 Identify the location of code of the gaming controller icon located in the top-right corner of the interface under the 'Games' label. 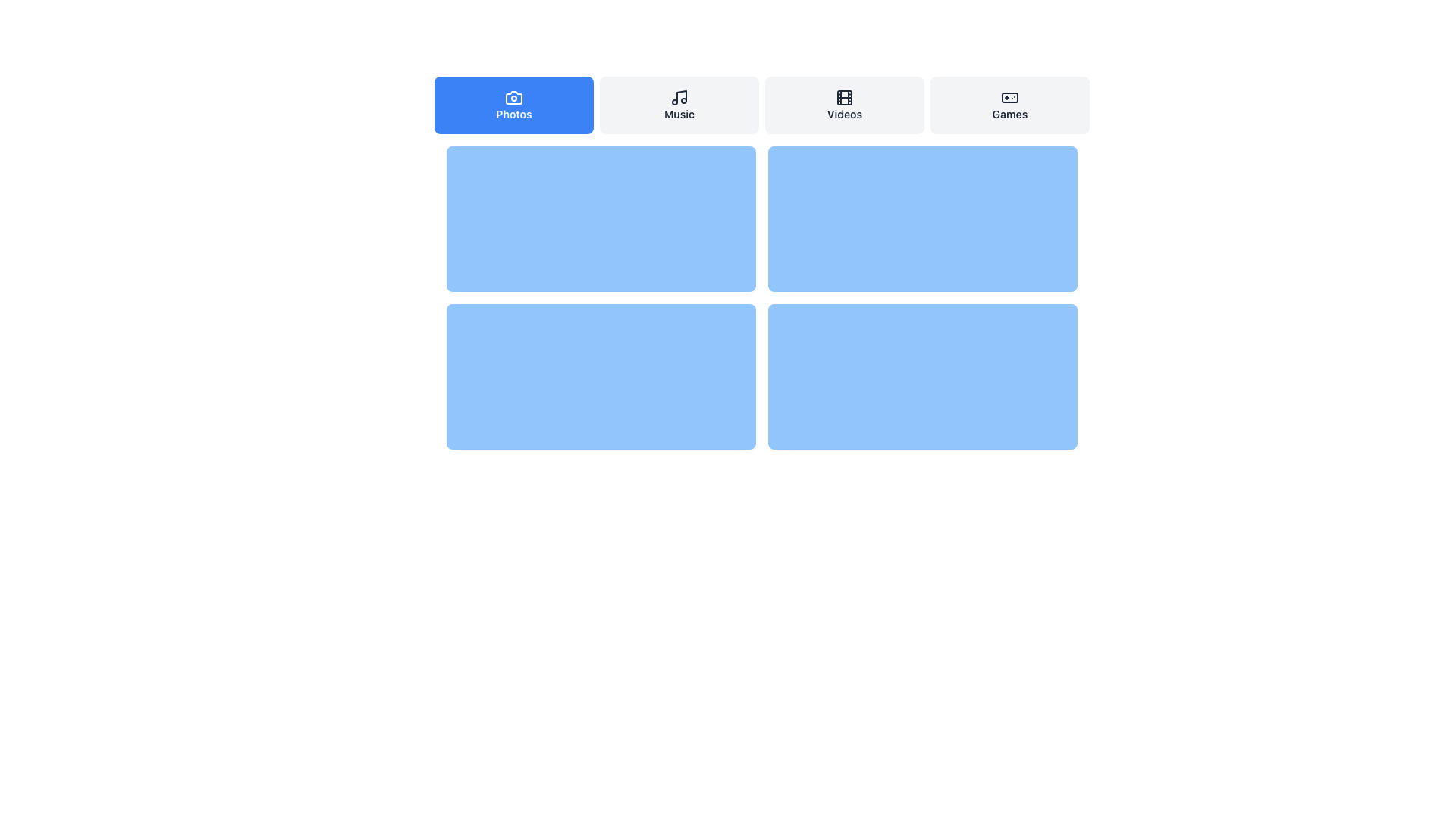
(1009, 97).